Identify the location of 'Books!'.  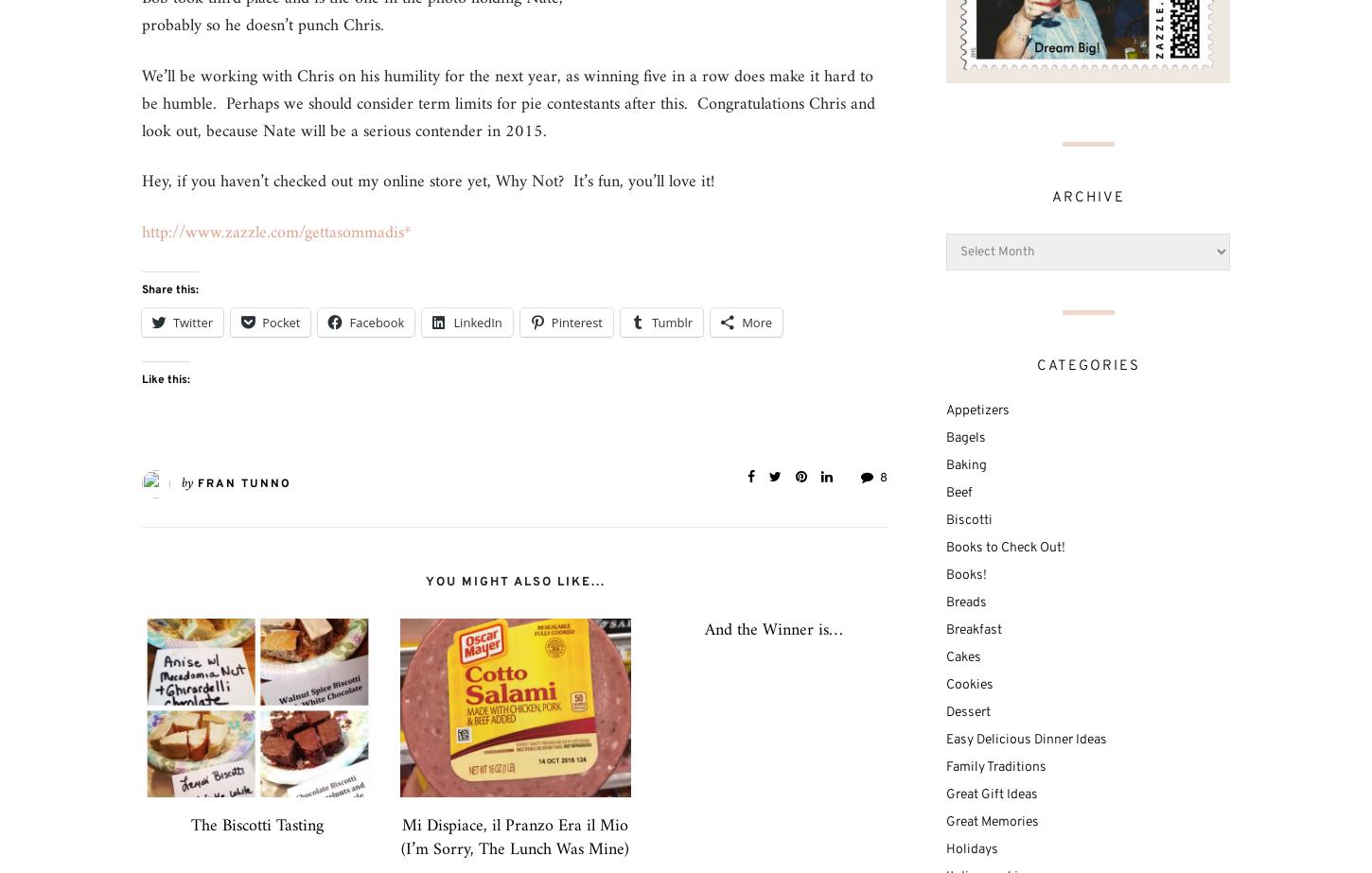
(966, 573).